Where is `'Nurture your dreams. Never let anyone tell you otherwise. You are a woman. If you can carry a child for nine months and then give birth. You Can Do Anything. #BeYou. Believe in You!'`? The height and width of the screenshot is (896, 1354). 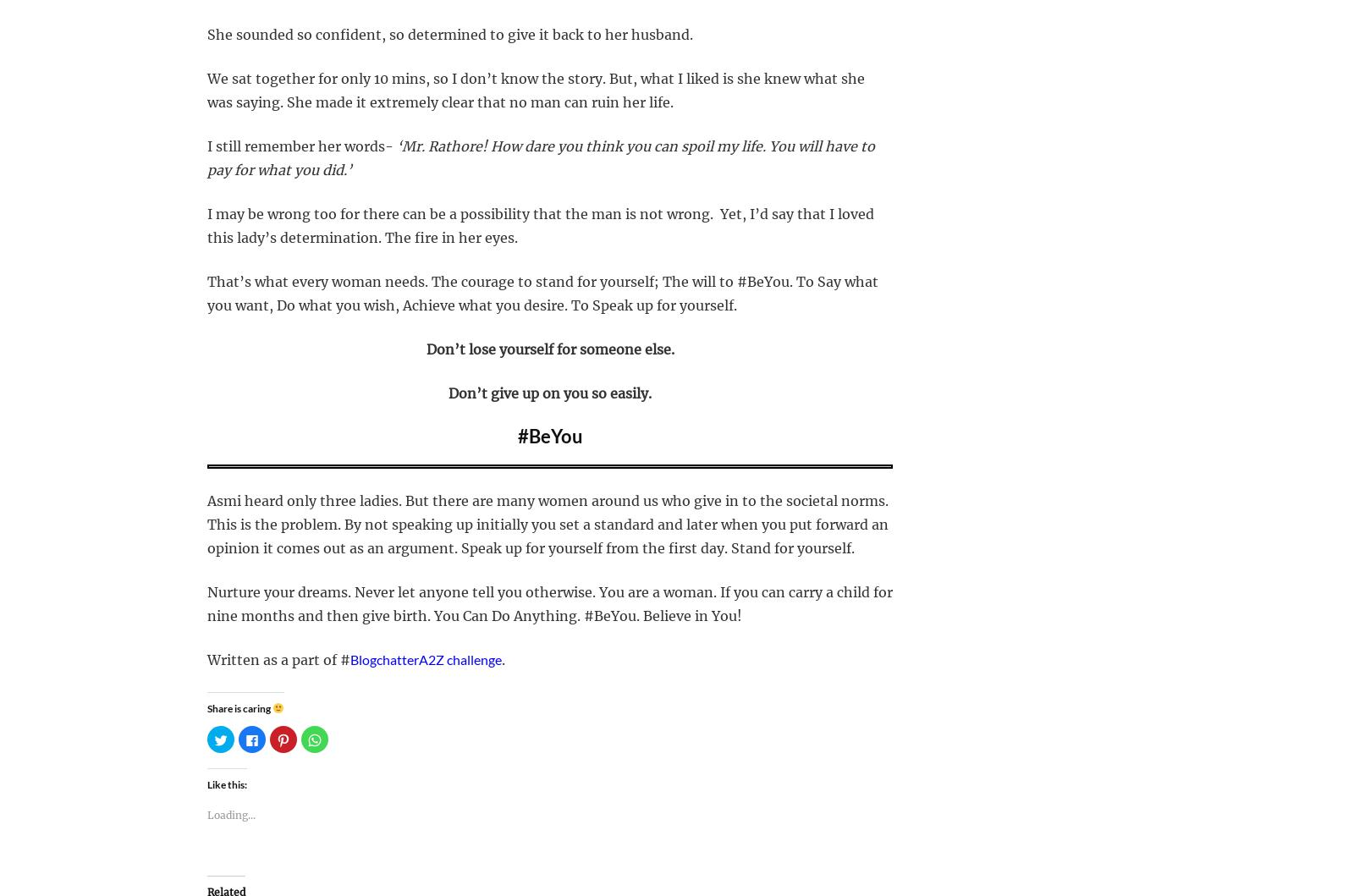
'Nurture your dreams. Never let anyone tell you otherwise. You are a woman. If you can carry a child for nine months and then give birth. You Can Do Anything. #BeYou. Believe in You!' is located at coordinates (206, 603).